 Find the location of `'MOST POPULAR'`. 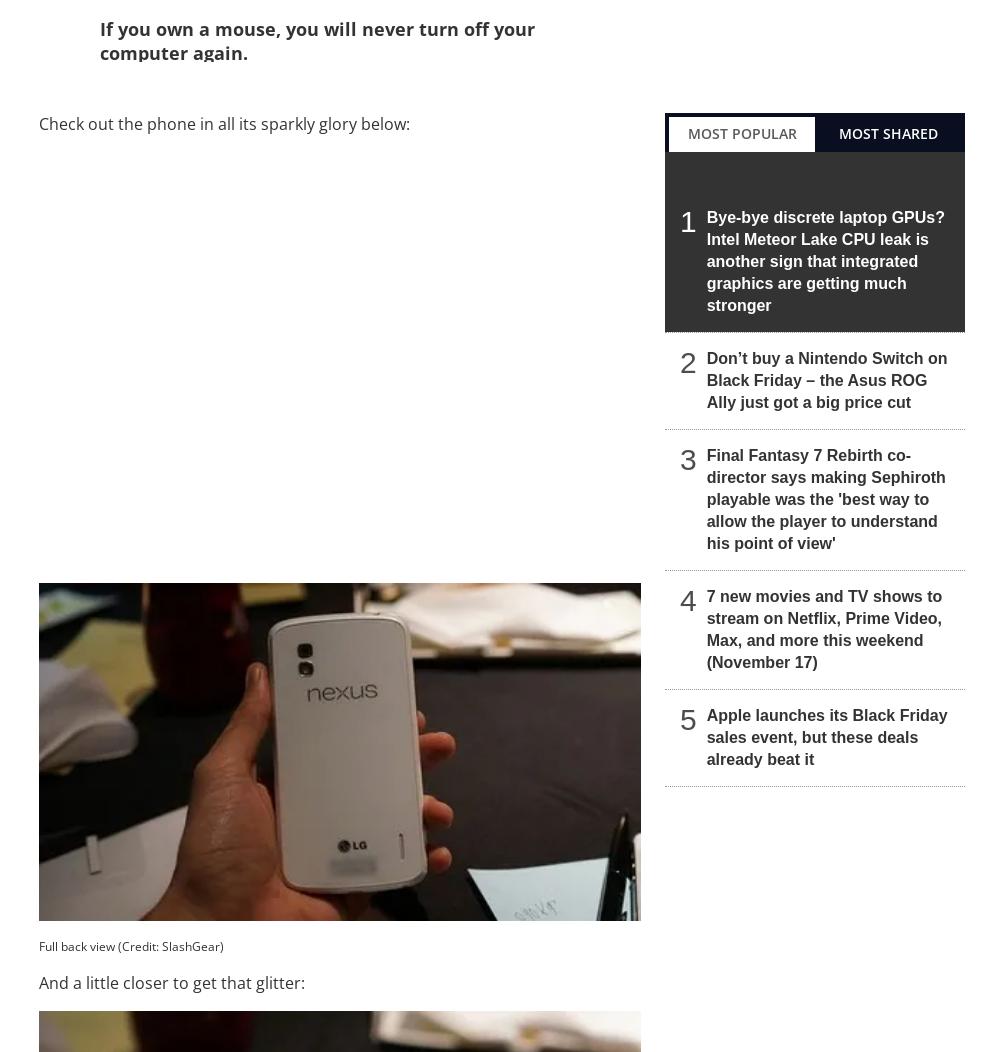

'MOST POPULAR' is located at coordinates (740, 132).